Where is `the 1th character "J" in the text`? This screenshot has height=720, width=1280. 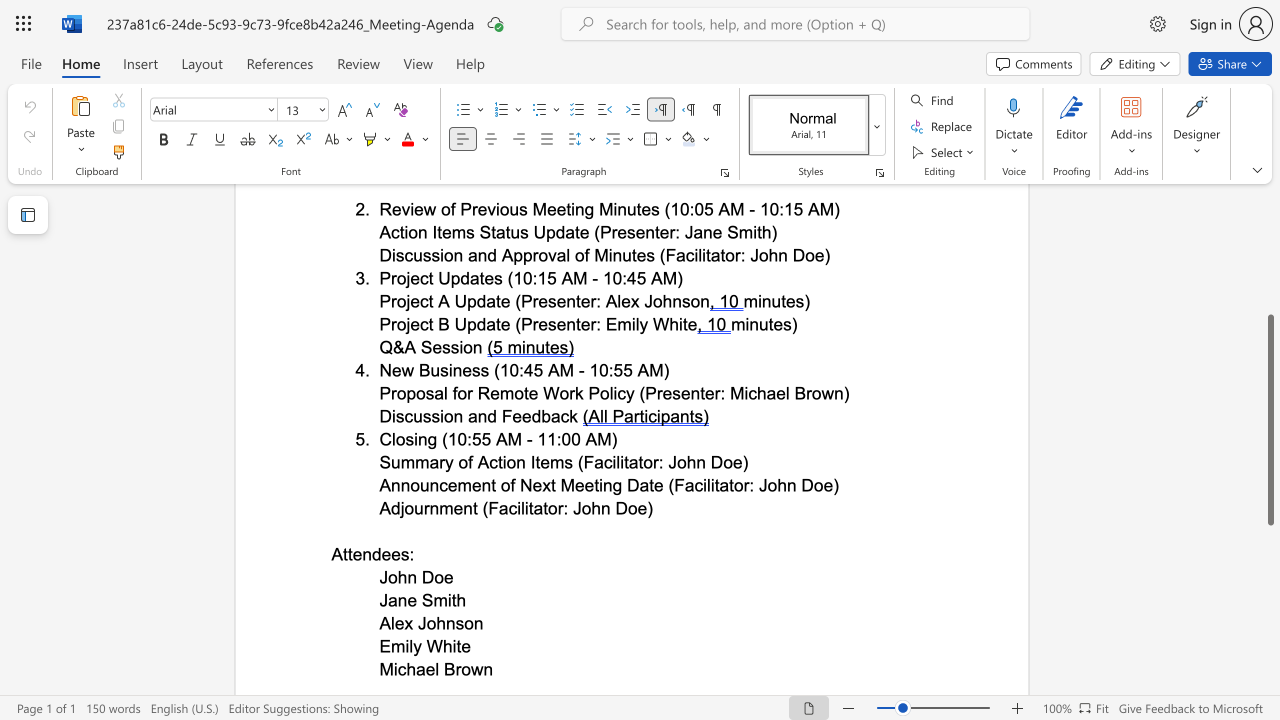 the 1th character "J" in the text is located at coordinates (383, 599).